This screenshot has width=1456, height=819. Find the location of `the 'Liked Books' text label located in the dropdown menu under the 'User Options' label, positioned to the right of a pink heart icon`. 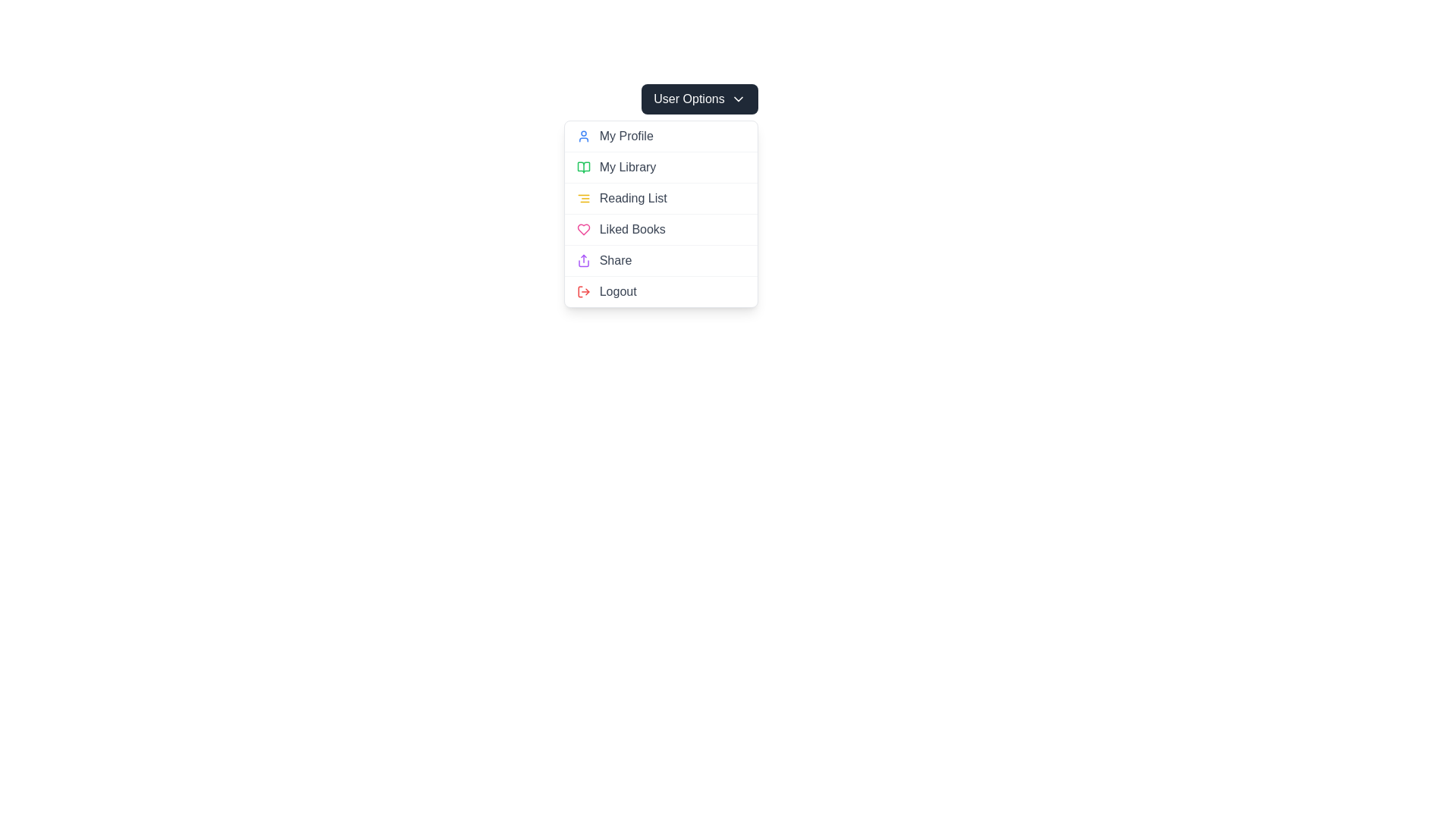

the 'Liked Books' text label located in the dropdown menu under the 'User Options' label, positioned to the right of a pink heart icon is located at coordinates (632, 230).